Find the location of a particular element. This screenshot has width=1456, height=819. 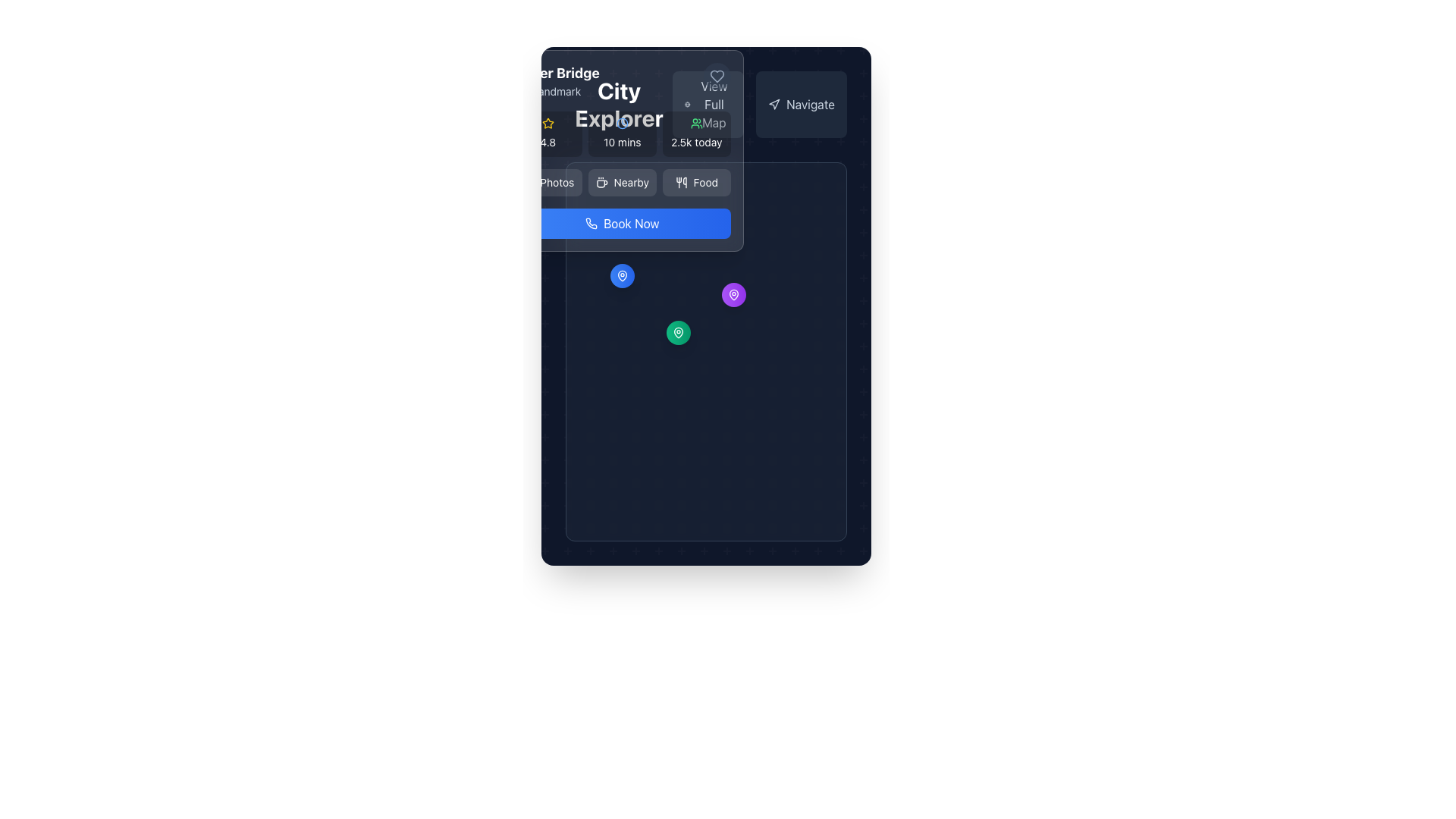

the heart-shaped outlined icon located in the top-right corner above the 'City Explorer' title, which is the leftmost icon in a group of small icons is located at coordinates (716, 77).